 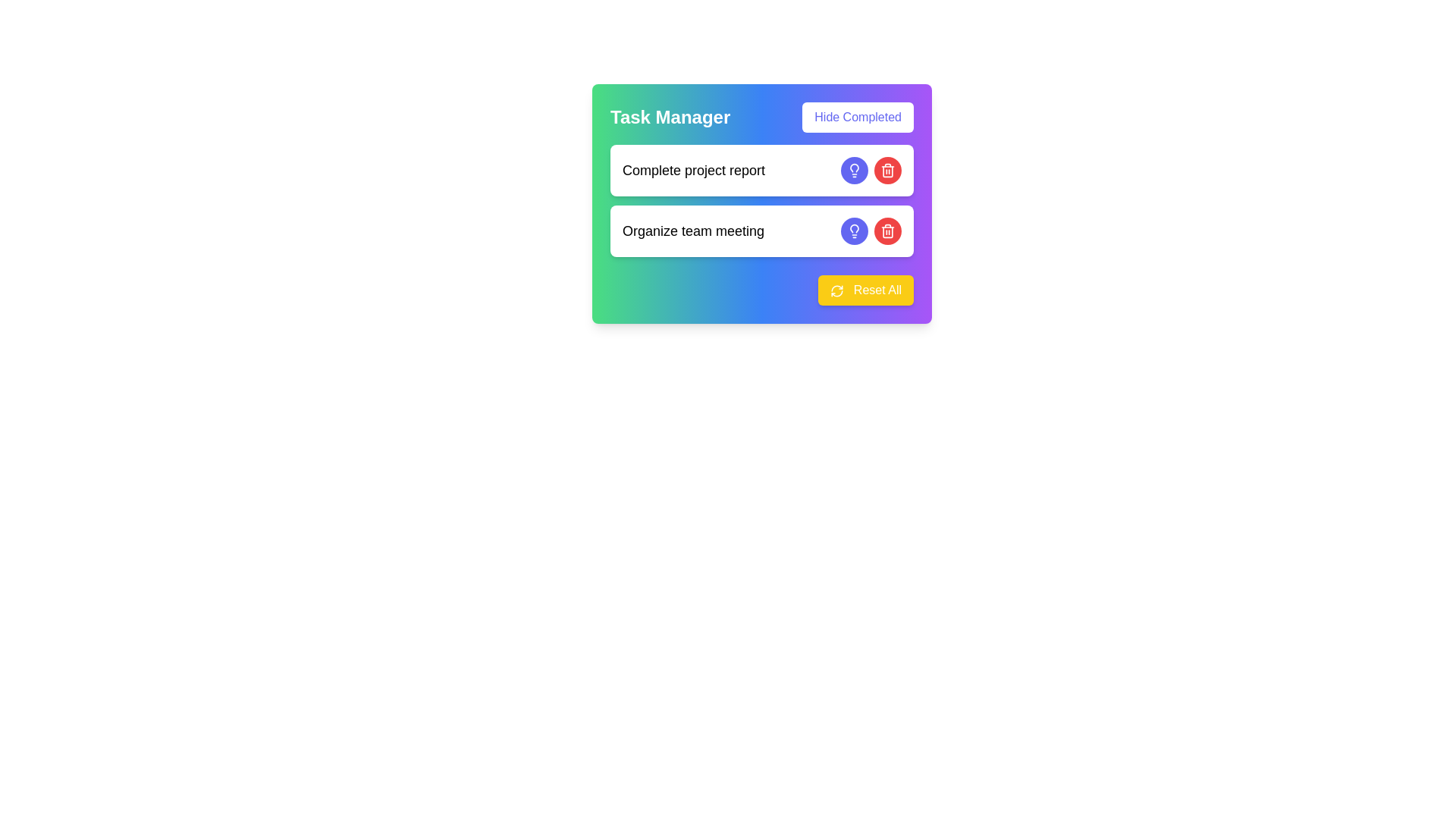 I want to click on the circular button with a violet background and a white lightbulb icon, located in the second row of options, so click(x=855, y=231).